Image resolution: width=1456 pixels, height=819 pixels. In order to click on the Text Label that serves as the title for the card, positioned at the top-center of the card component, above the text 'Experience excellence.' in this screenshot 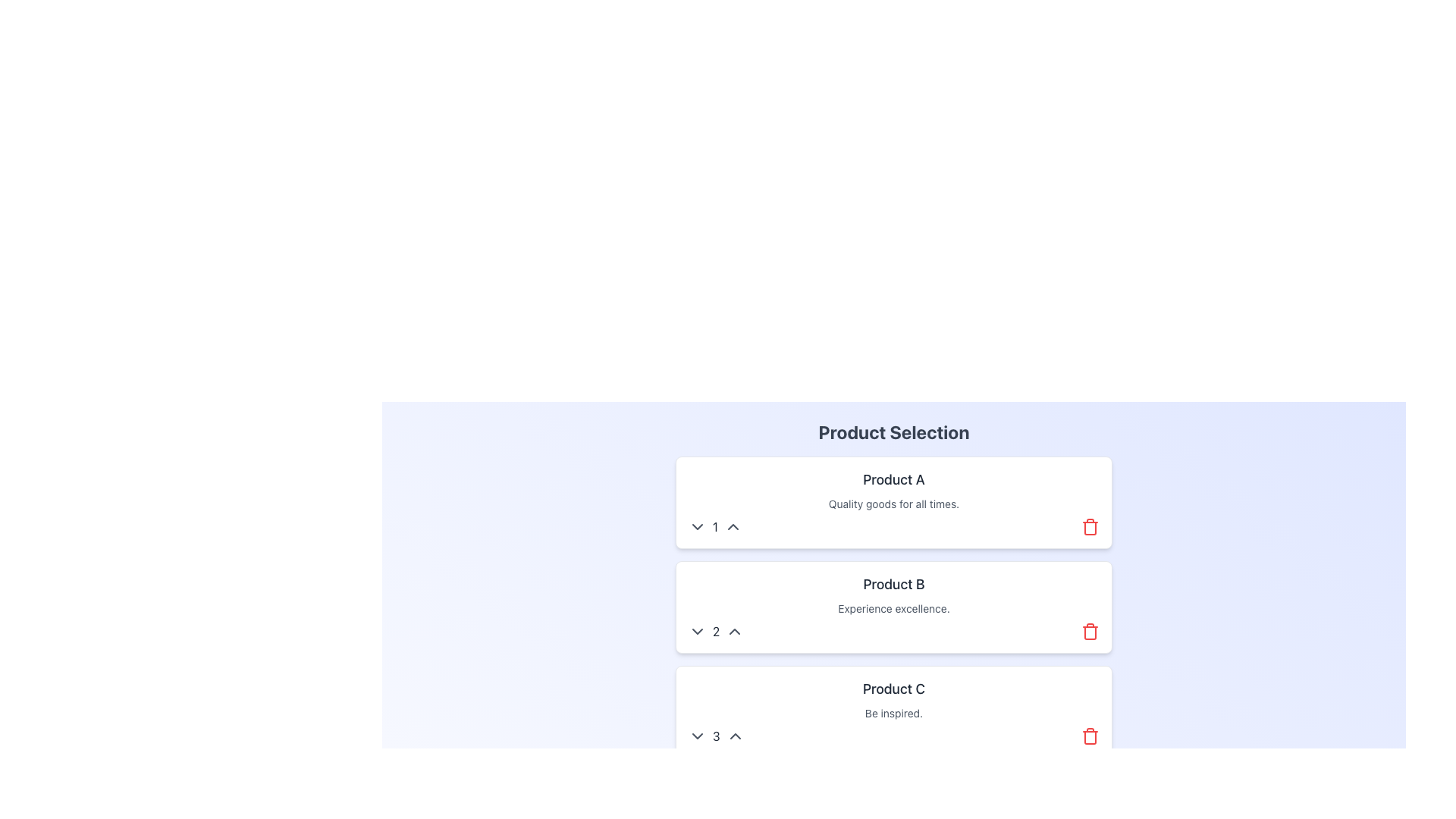, I will do `click(894, 584)`.